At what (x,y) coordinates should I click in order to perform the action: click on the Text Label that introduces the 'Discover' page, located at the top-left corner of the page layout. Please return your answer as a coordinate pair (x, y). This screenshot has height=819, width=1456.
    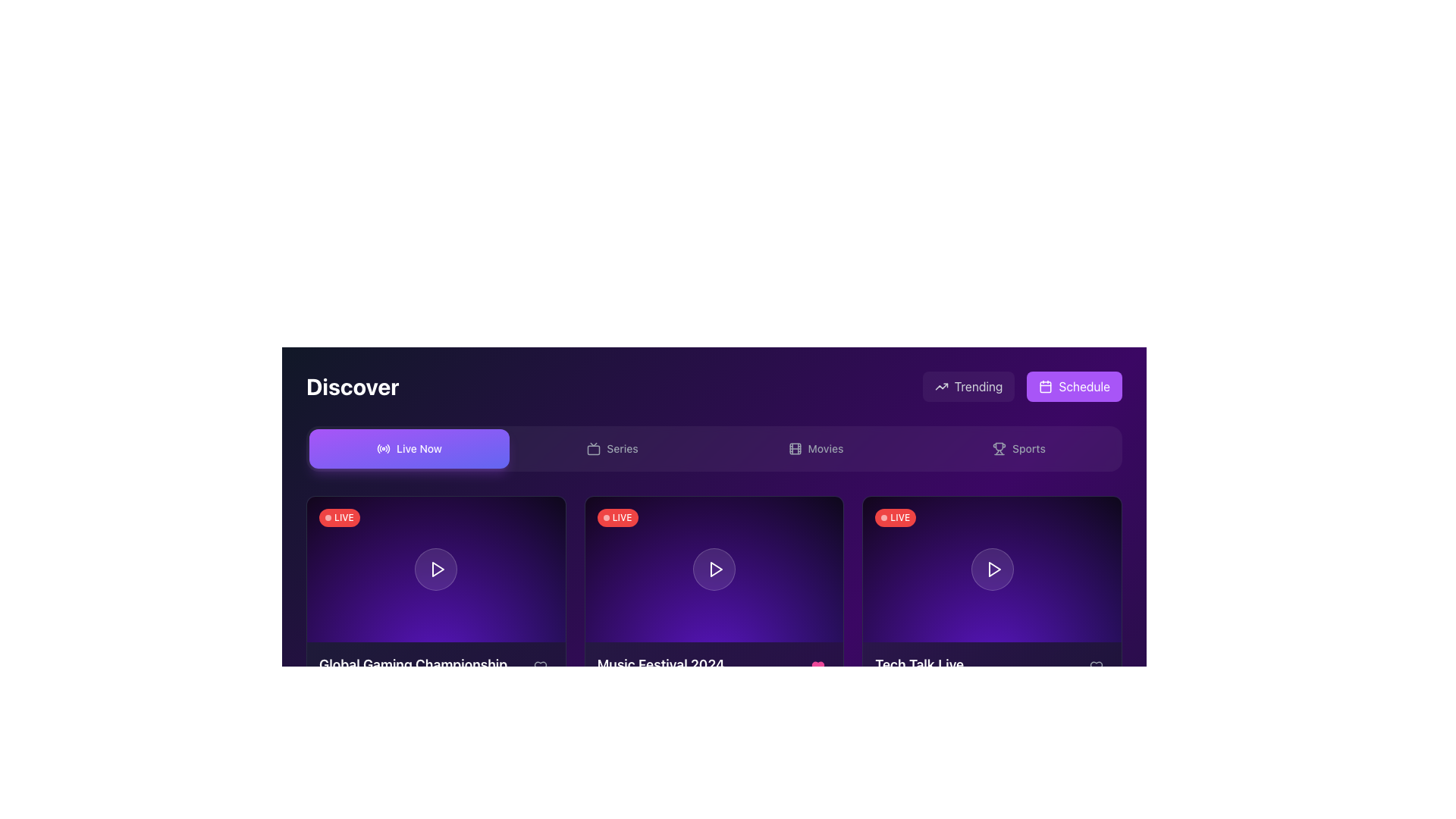
    Looking at the image, I should click on (352, 385).